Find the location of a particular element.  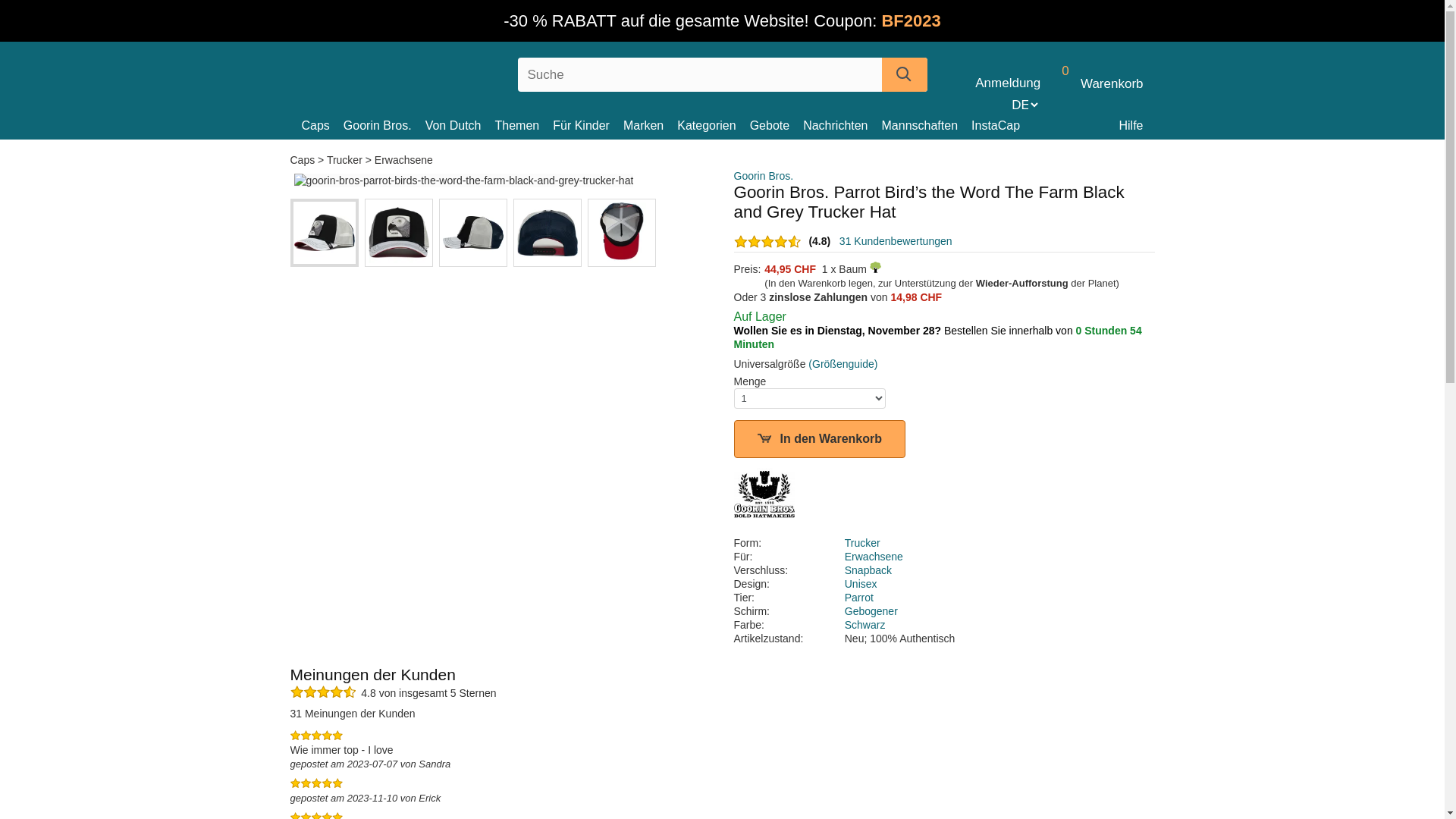

'Von Dutch' is located at coordinates (459, 124).